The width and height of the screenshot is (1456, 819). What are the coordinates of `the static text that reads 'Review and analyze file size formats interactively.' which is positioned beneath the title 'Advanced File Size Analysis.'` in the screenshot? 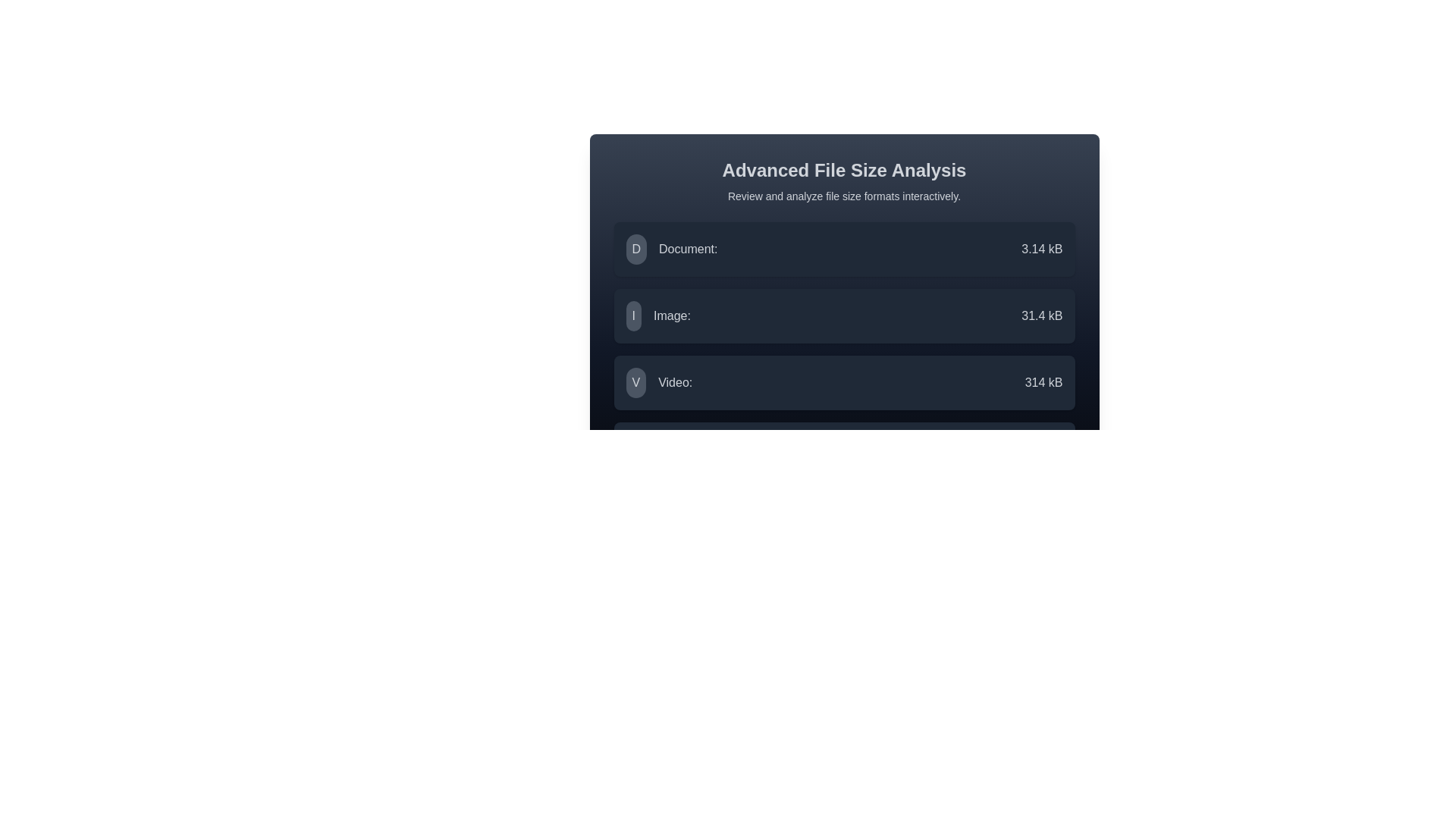 It's located at (843, 195).